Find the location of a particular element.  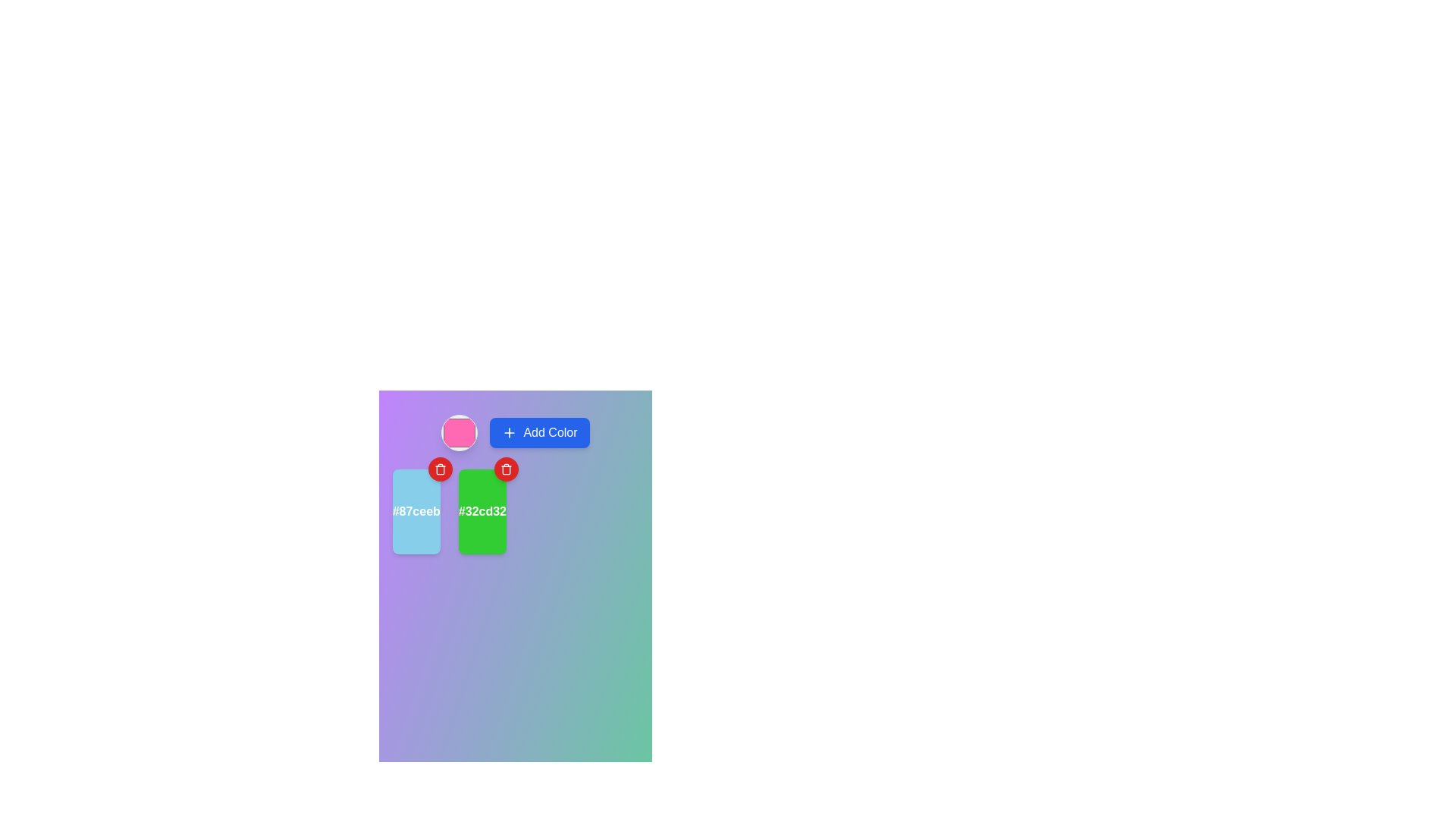

the pink circular color preview located to the left within the color selection group is located at coordinates (516, 432).